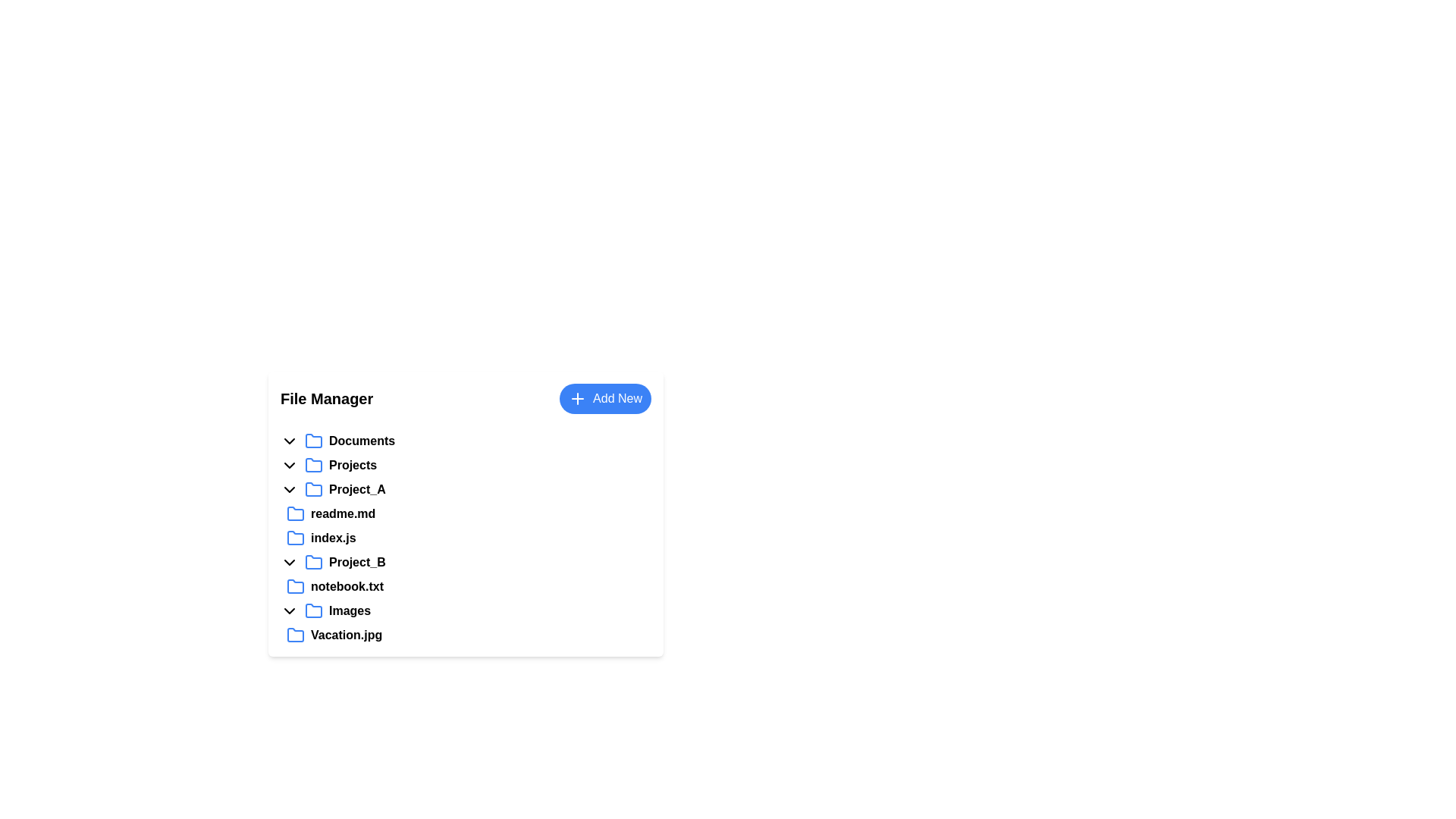 This screenshot has width=1456, height=819. I want to click on the 'Images' text label located under the 'Project_B' folder, so click(349, 610).